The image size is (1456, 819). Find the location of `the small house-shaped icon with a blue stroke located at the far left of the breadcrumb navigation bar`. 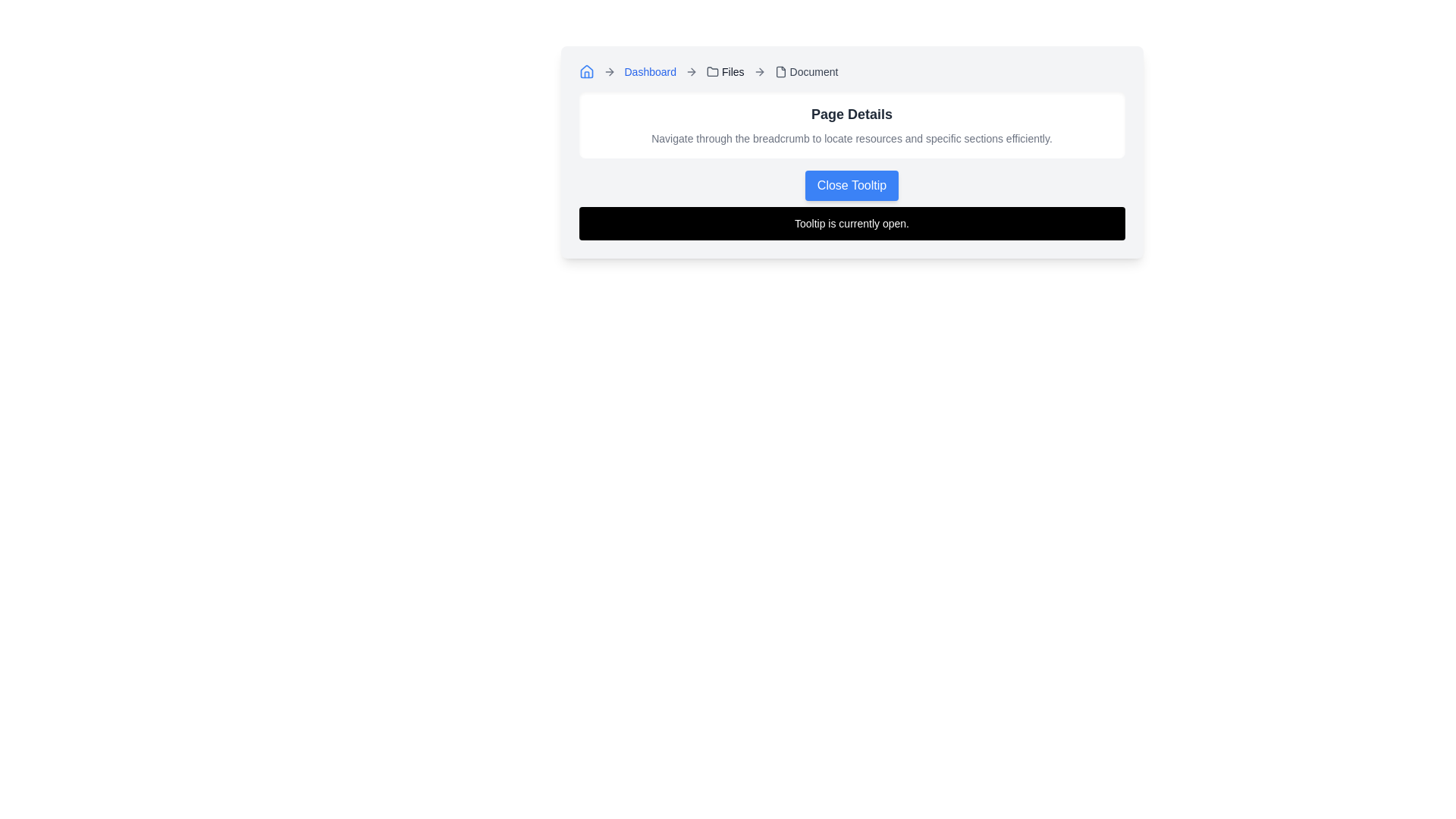

the small house-shaped icon with a blue stroke located at the far left of the breadcrumb navigation bar is located at coordinates (585, 72).